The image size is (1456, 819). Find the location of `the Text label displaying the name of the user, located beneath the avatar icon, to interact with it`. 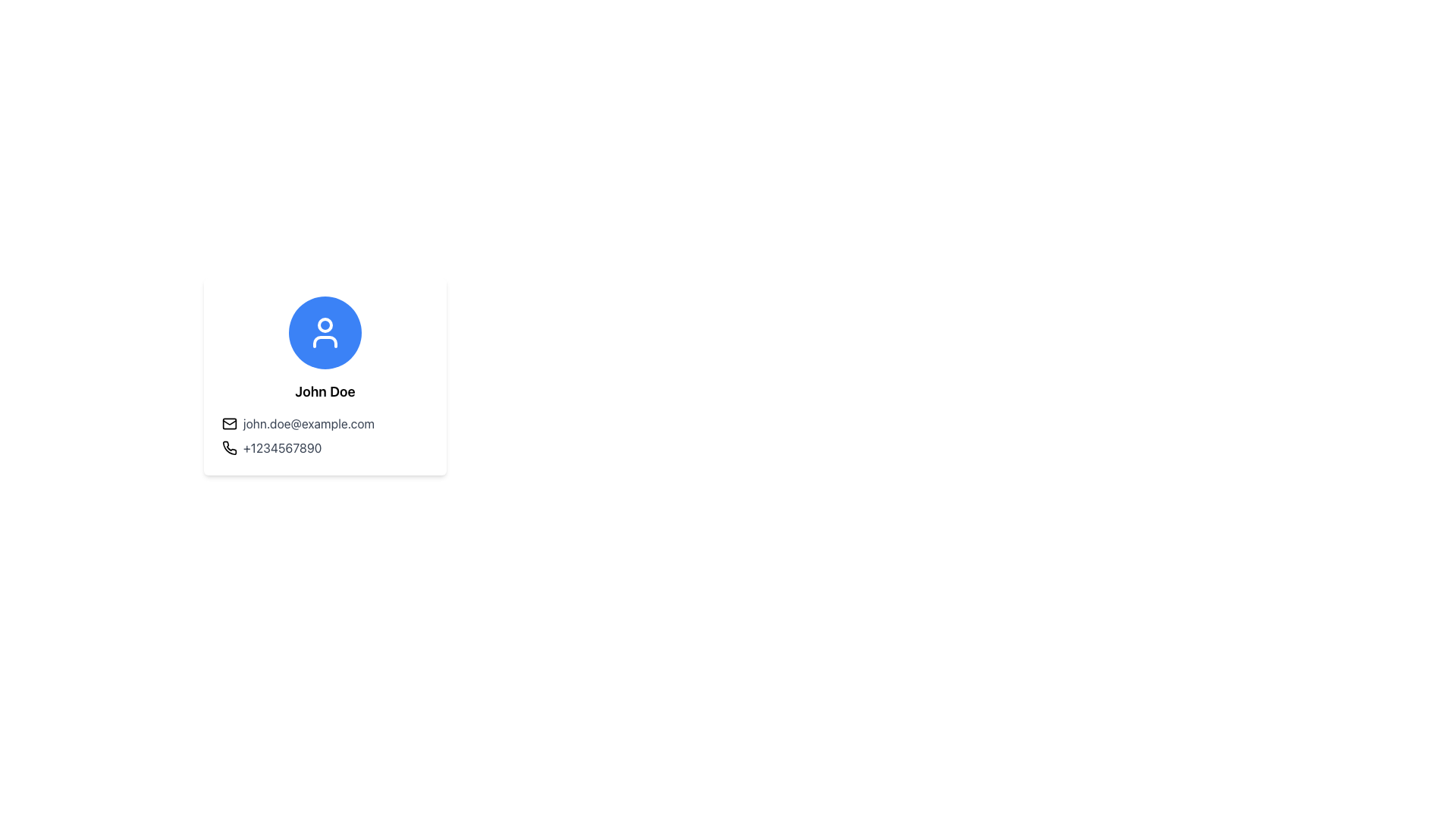

the Text label displaying the name of the user, located beneath the avatar icon, to interact with it is located at coordinates (324, 391).